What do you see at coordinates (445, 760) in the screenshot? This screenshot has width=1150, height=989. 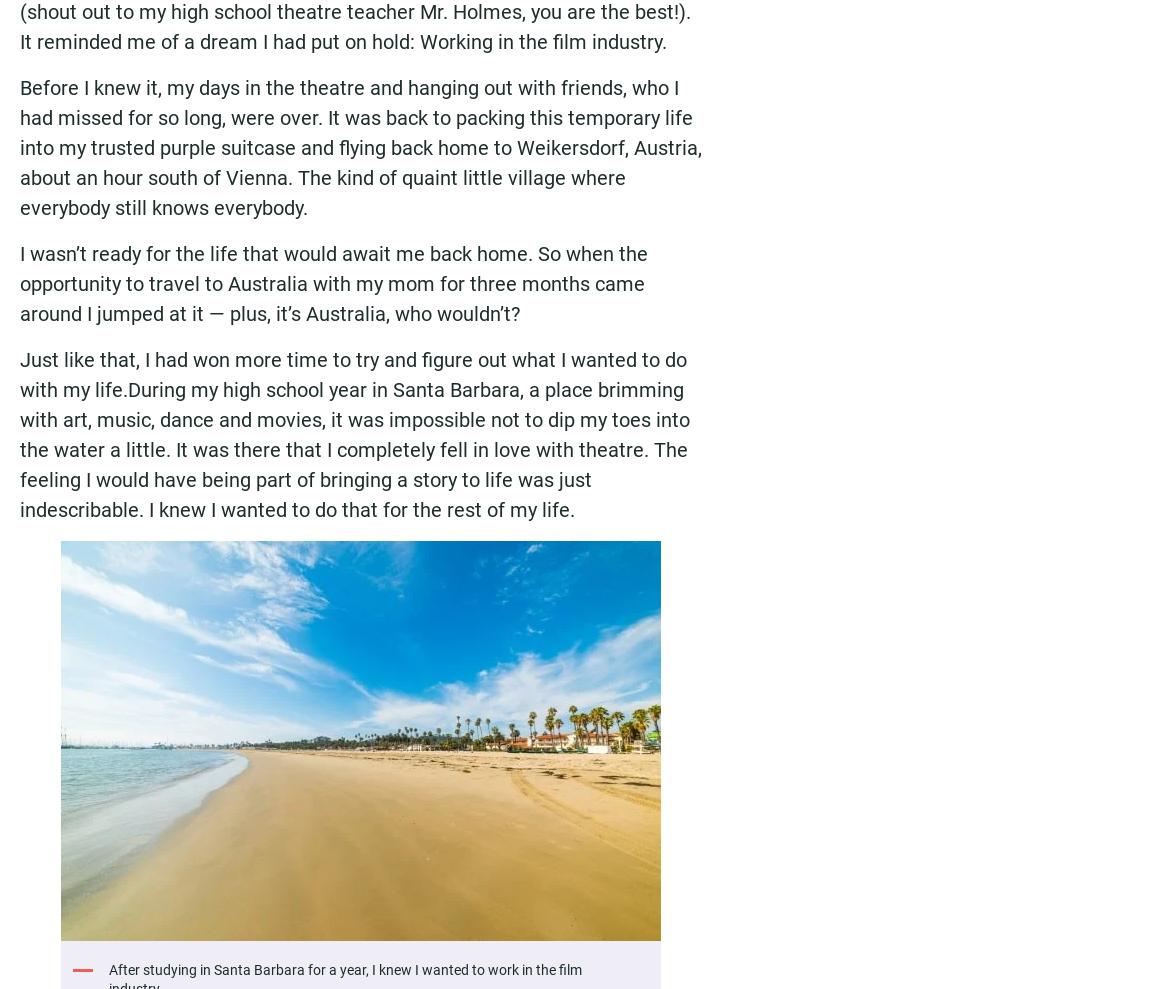 I see `'Stay informed'` at bounding box center [445, 760].